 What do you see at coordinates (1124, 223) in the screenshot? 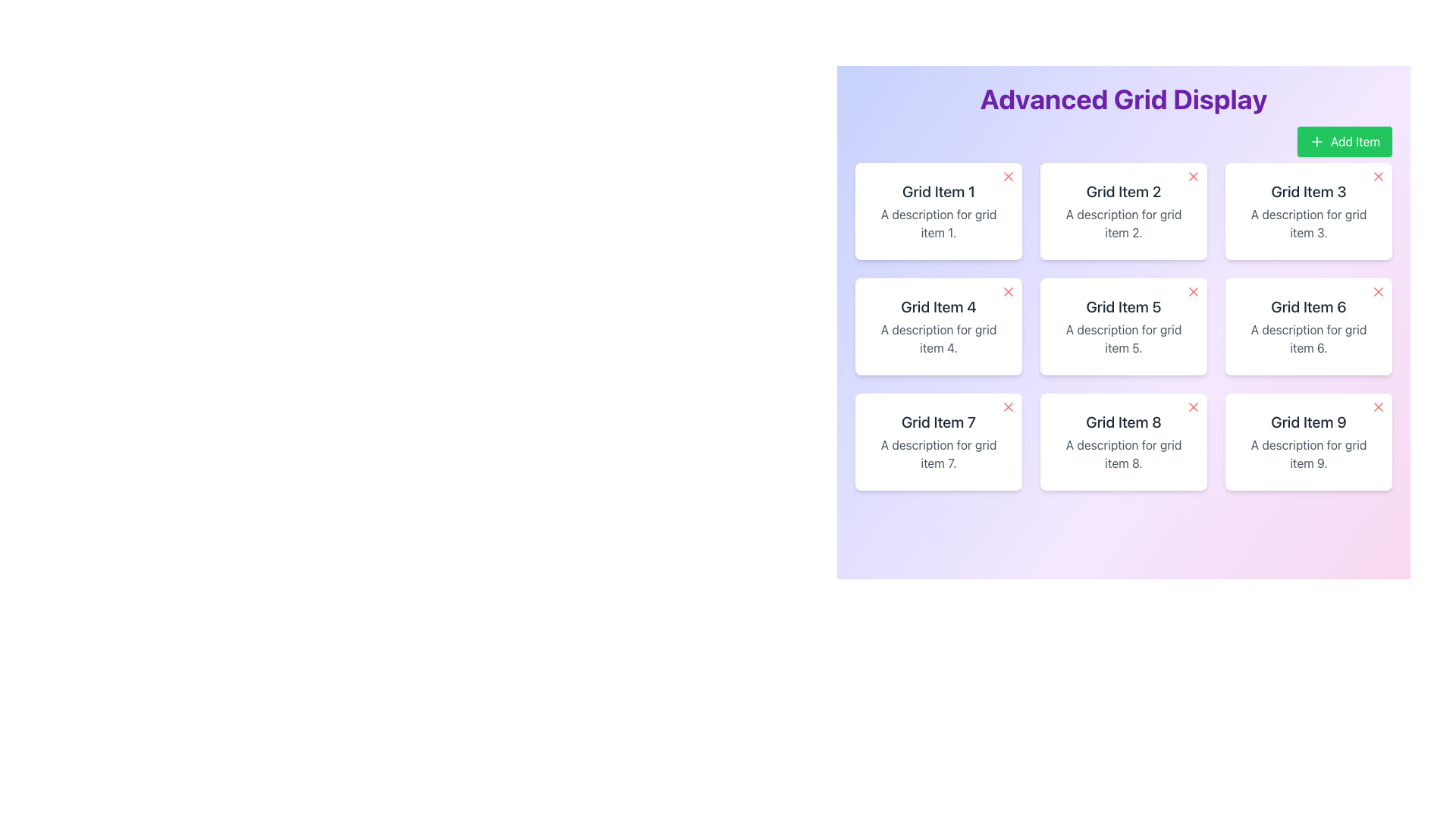
I see `text content of the text label that reads 'A description for grid item 2.', which is styled in gray and located centrally within the second grid item of the grid layout` at bounding box center [1124, 223].